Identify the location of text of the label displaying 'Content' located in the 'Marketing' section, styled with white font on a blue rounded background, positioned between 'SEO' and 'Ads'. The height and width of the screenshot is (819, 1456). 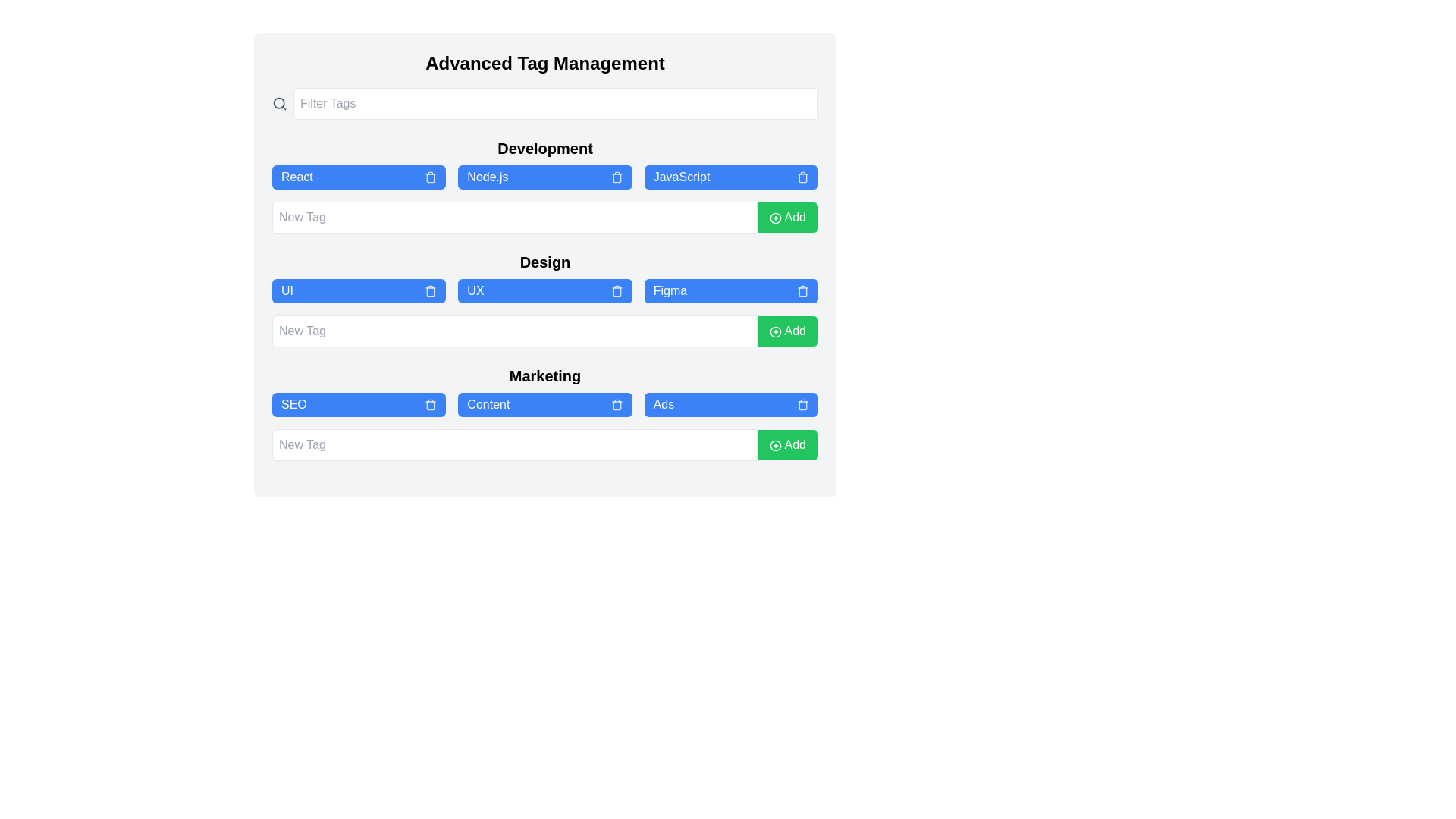
(488, 403).